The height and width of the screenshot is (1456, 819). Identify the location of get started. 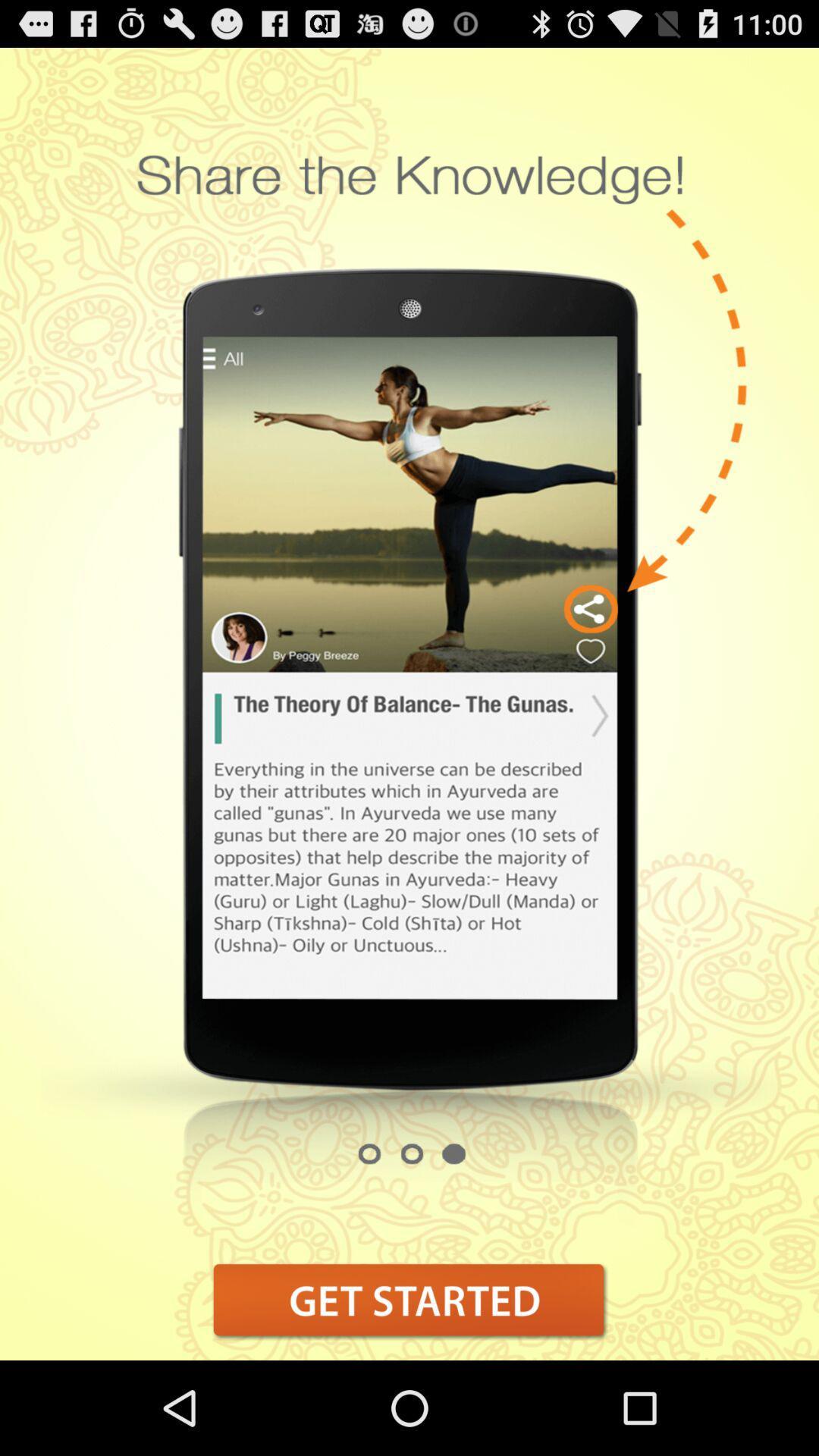
(409, 1300).